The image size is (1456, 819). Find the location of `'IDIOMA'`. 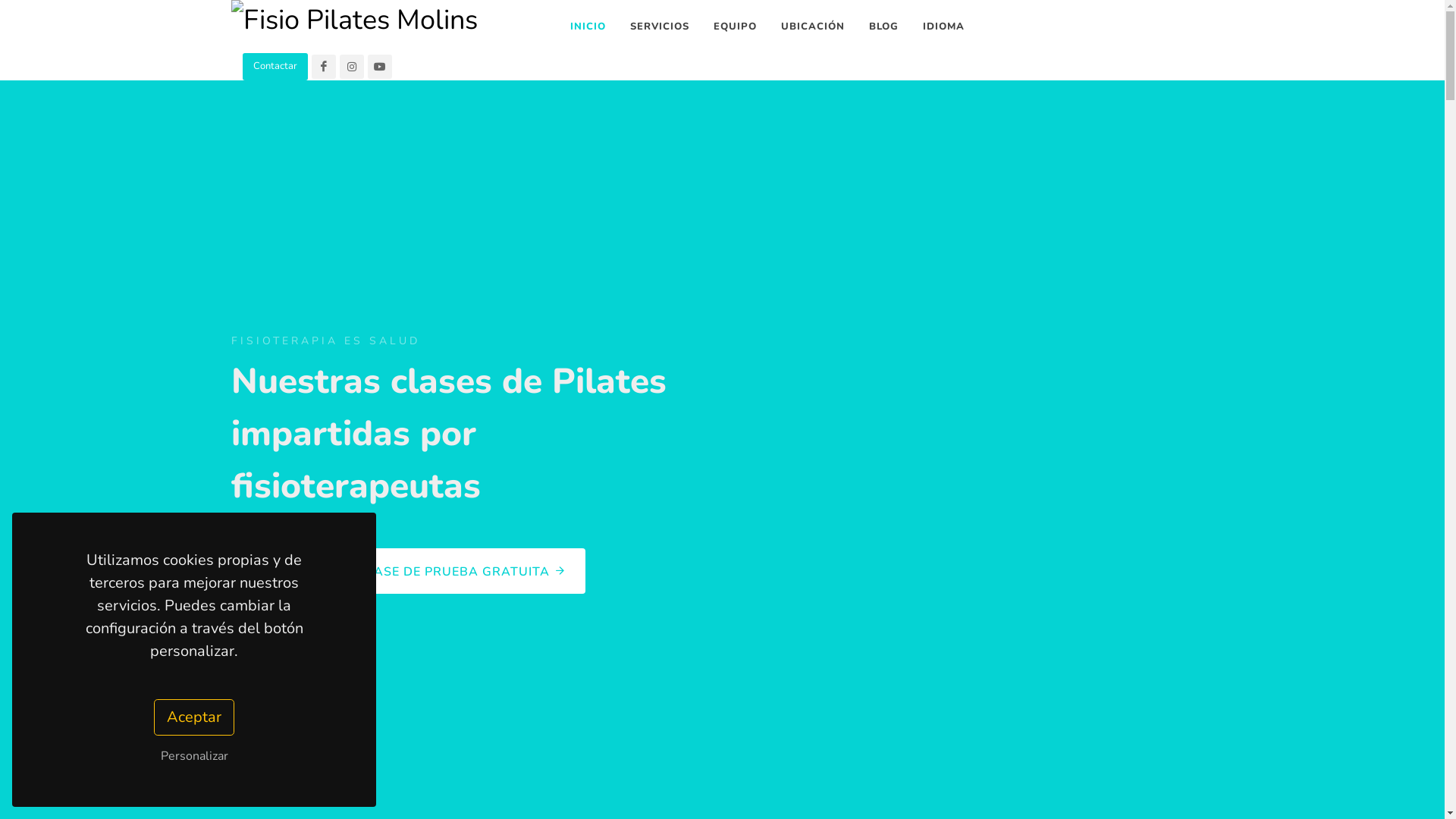

'IDIOMA' is located at coordinates (943, 26).